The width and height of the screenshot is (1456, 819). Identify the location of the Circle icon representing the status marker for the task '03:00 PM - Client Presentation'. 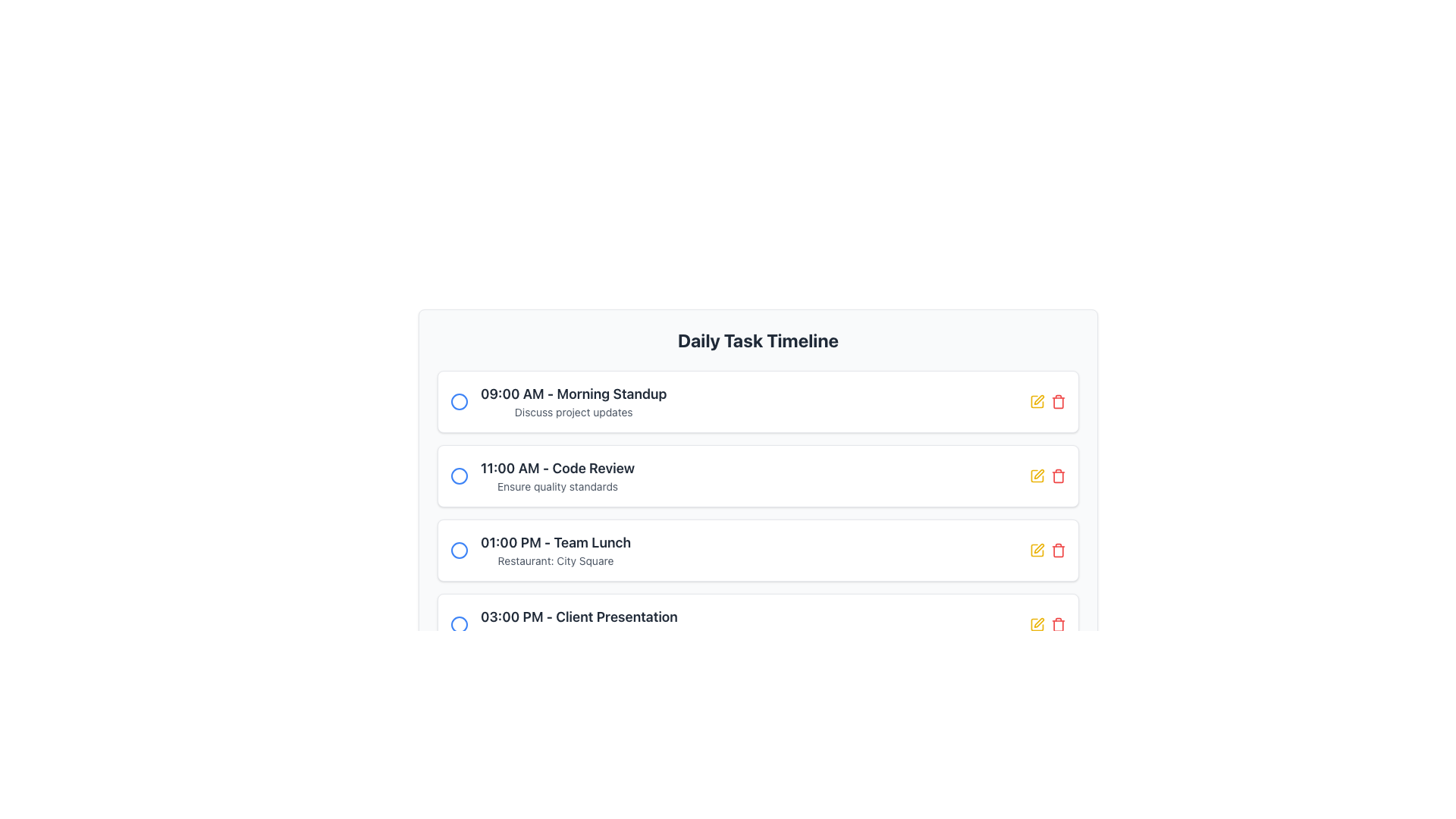
(458, 625).